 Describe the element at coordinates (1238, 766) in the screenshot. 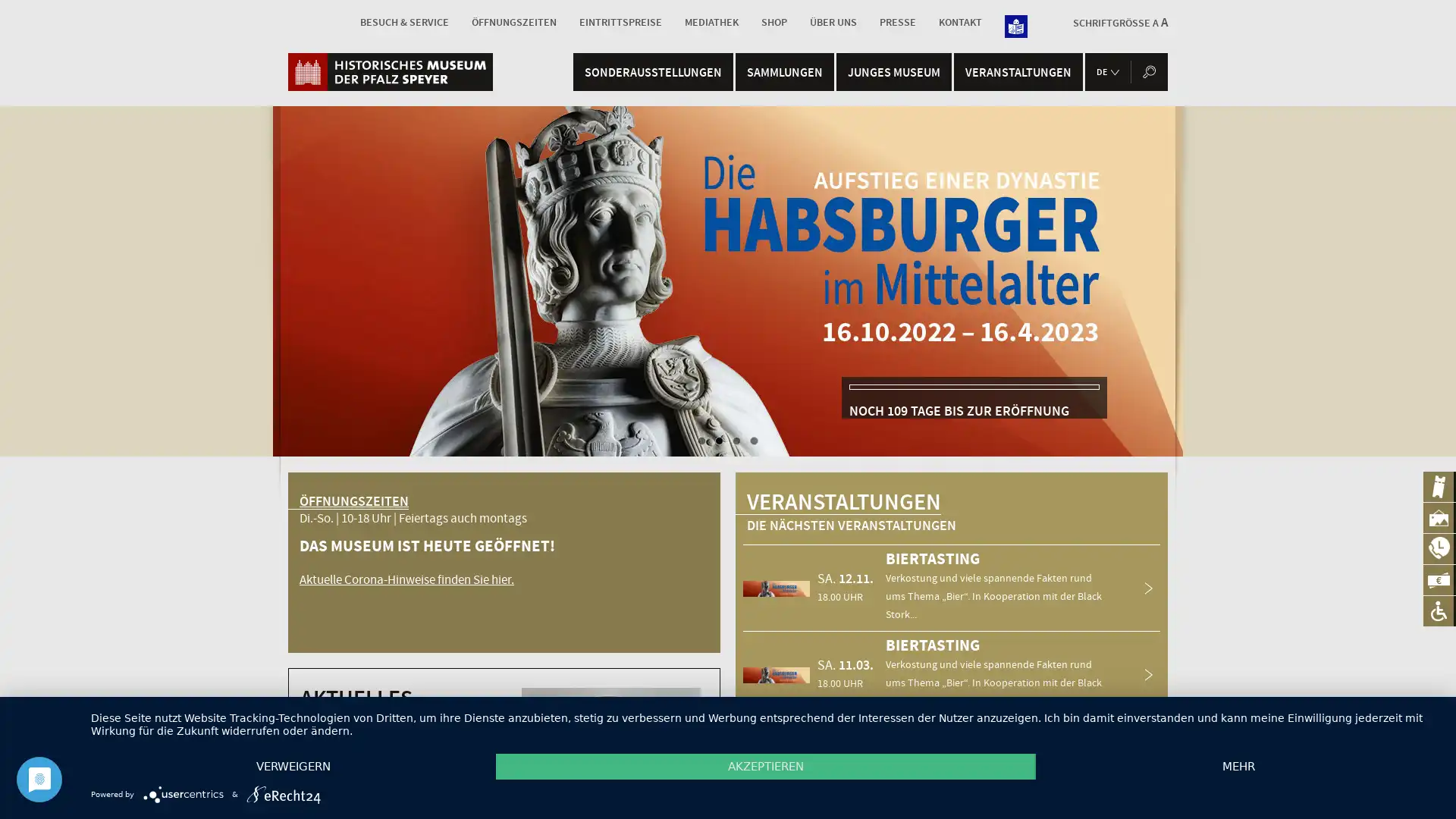

I see `MEHR` at that location.